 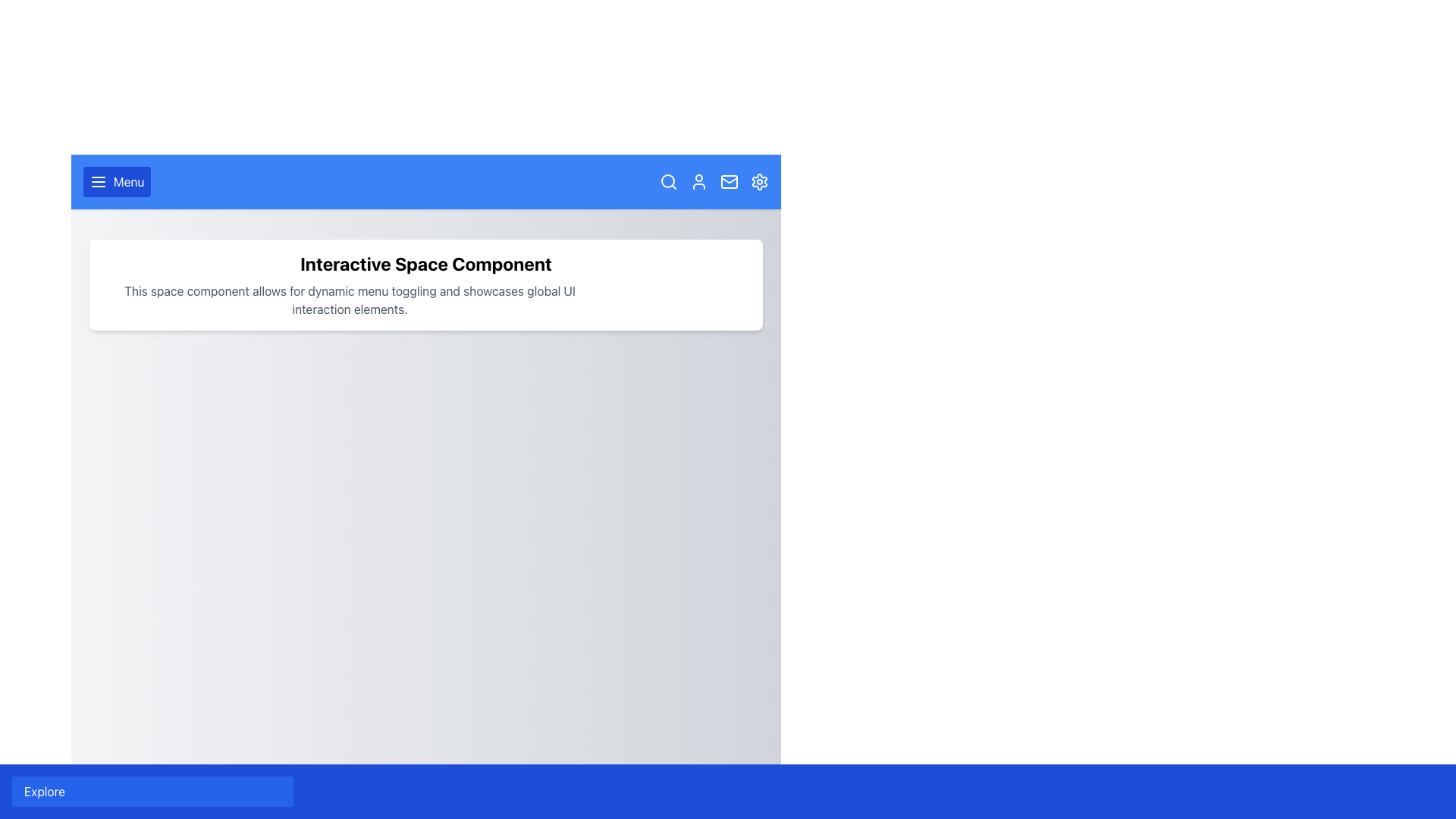 I want to click on the outlined mail icon button located at the top-right corner of the interface, which is the third icon from the right within a row of icons, so click(x=729, y=180).